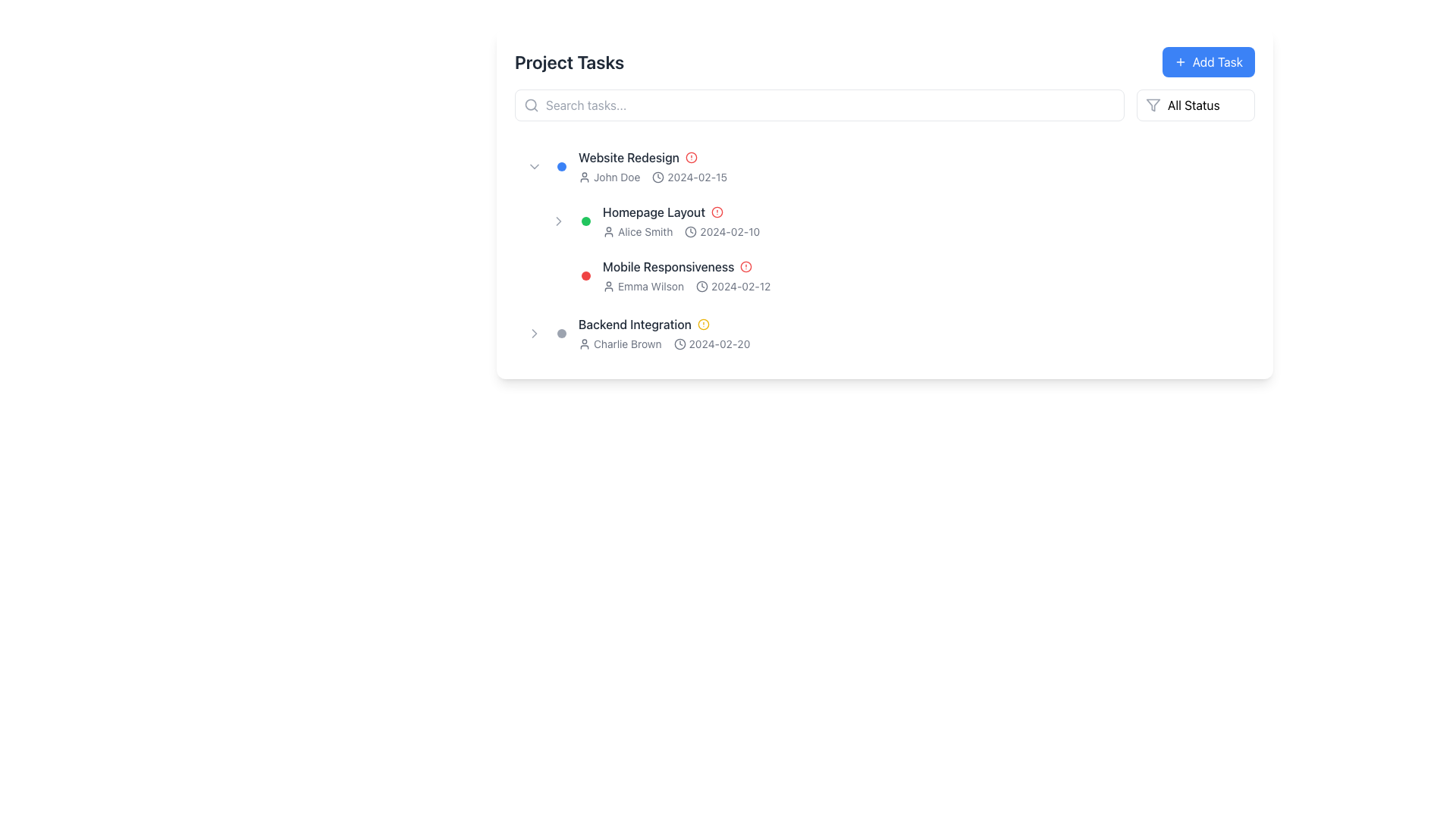 The image size is (1456, 819). What do you see at coordinates (884, 275) in the screenshot?
I see `the third task item row in the 'Project Tasks' section` at bounding box center [884, 275].